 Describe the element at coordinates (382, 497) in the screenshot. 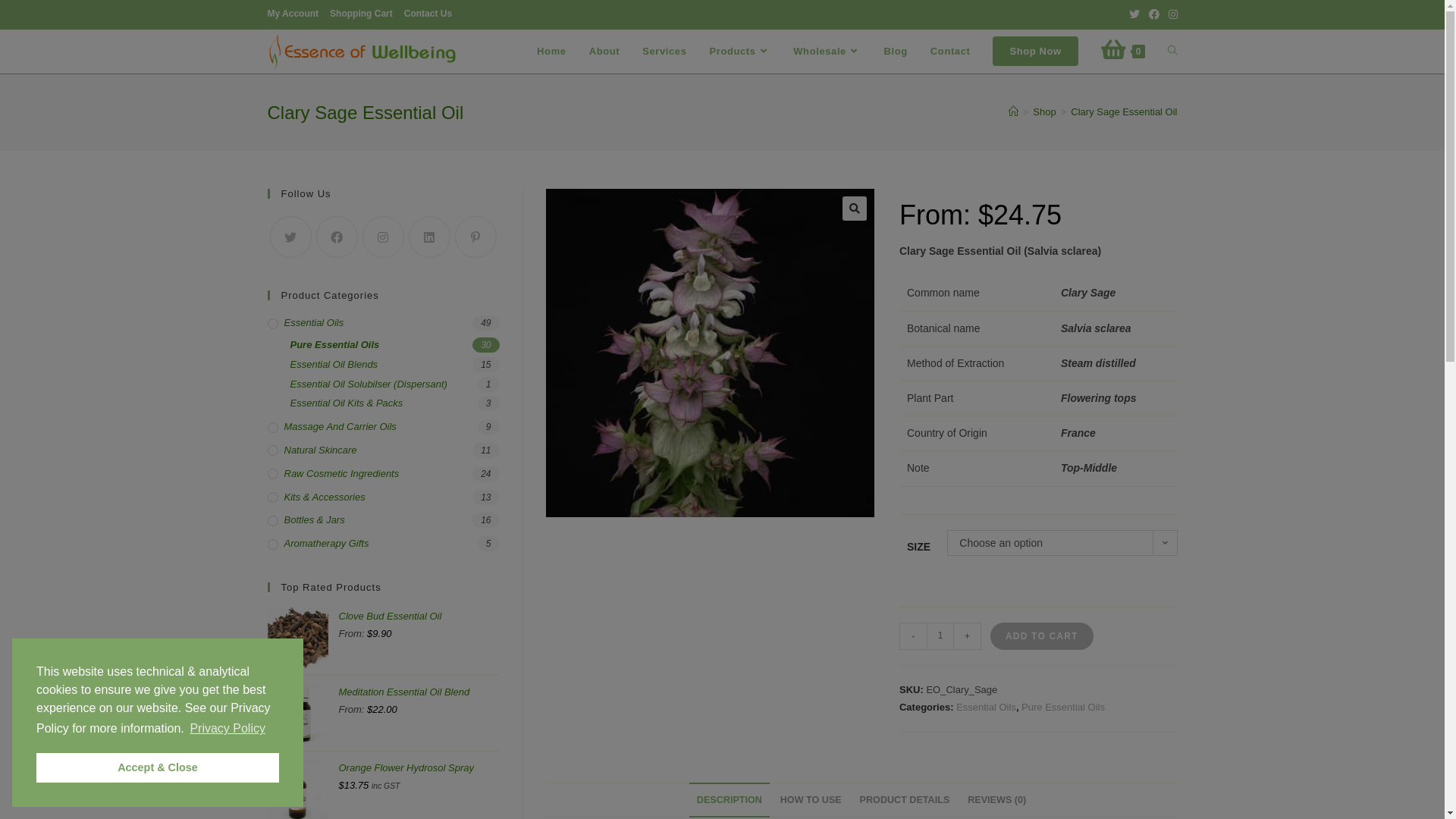

I see `'Kits & Accessories'` at that location.